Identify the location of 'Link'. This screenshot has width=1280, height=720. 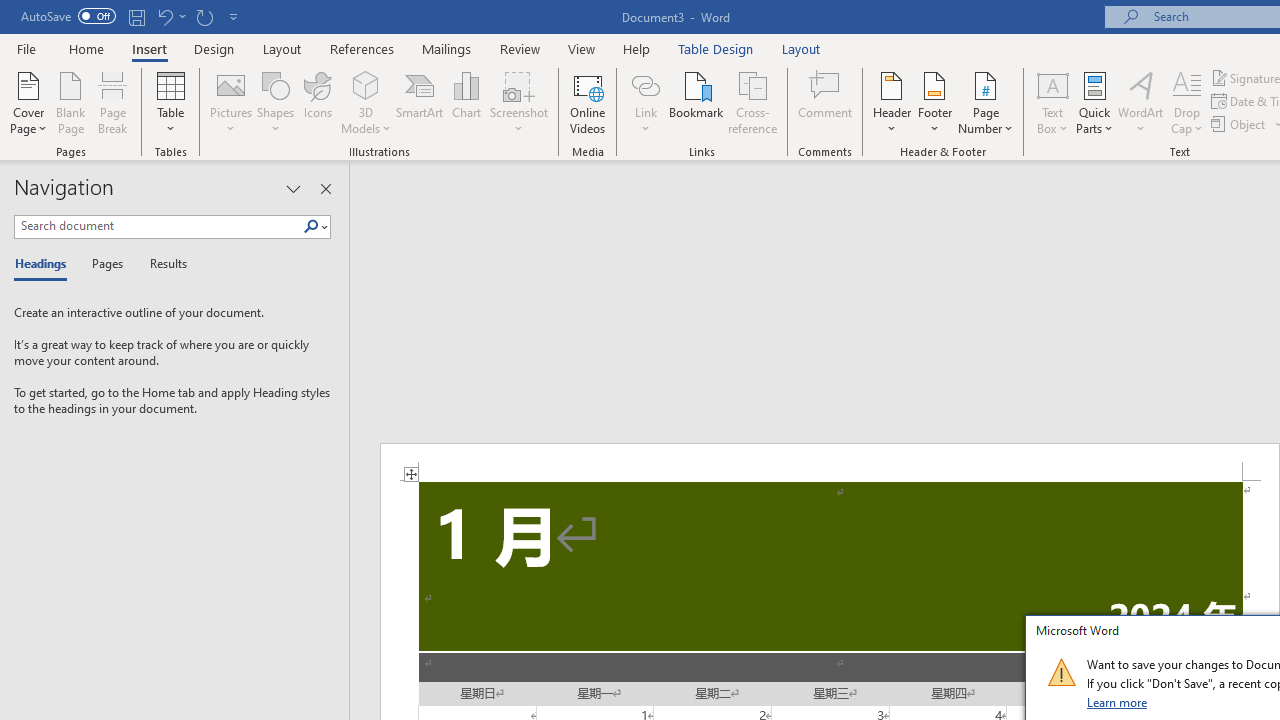
(645, 84).